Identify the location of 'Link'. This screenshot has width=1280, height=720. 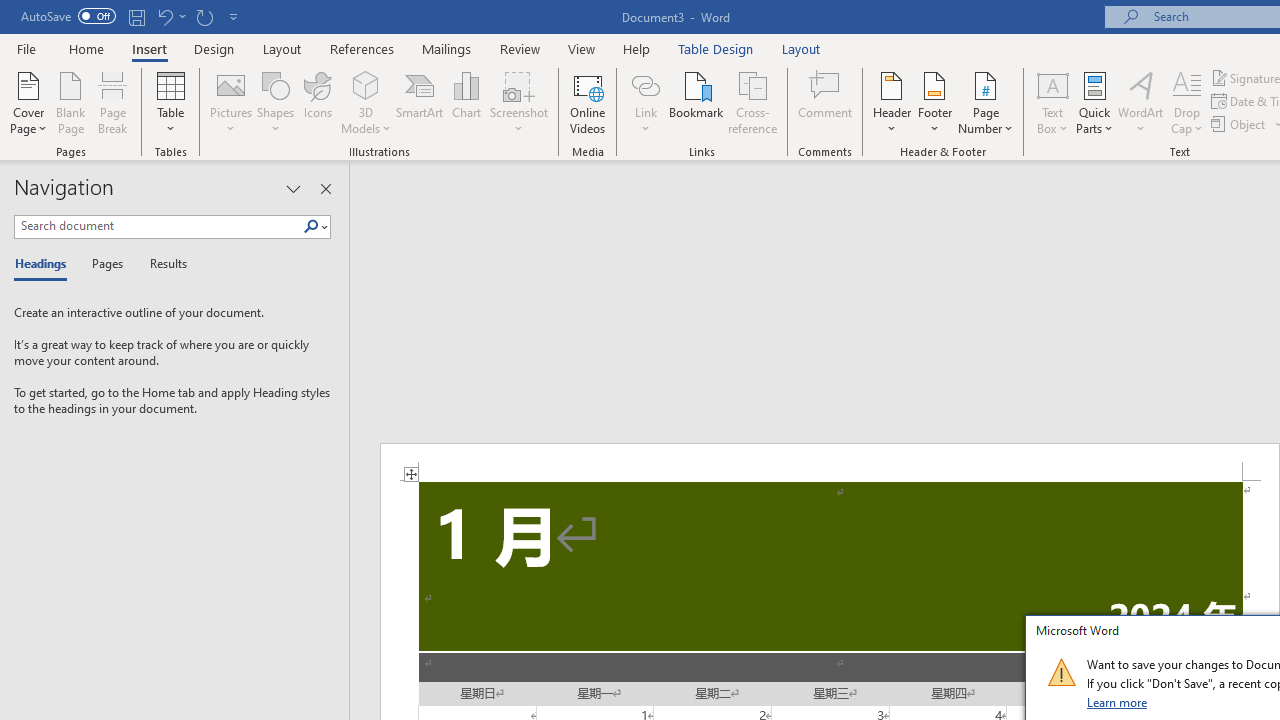
(645, 84).